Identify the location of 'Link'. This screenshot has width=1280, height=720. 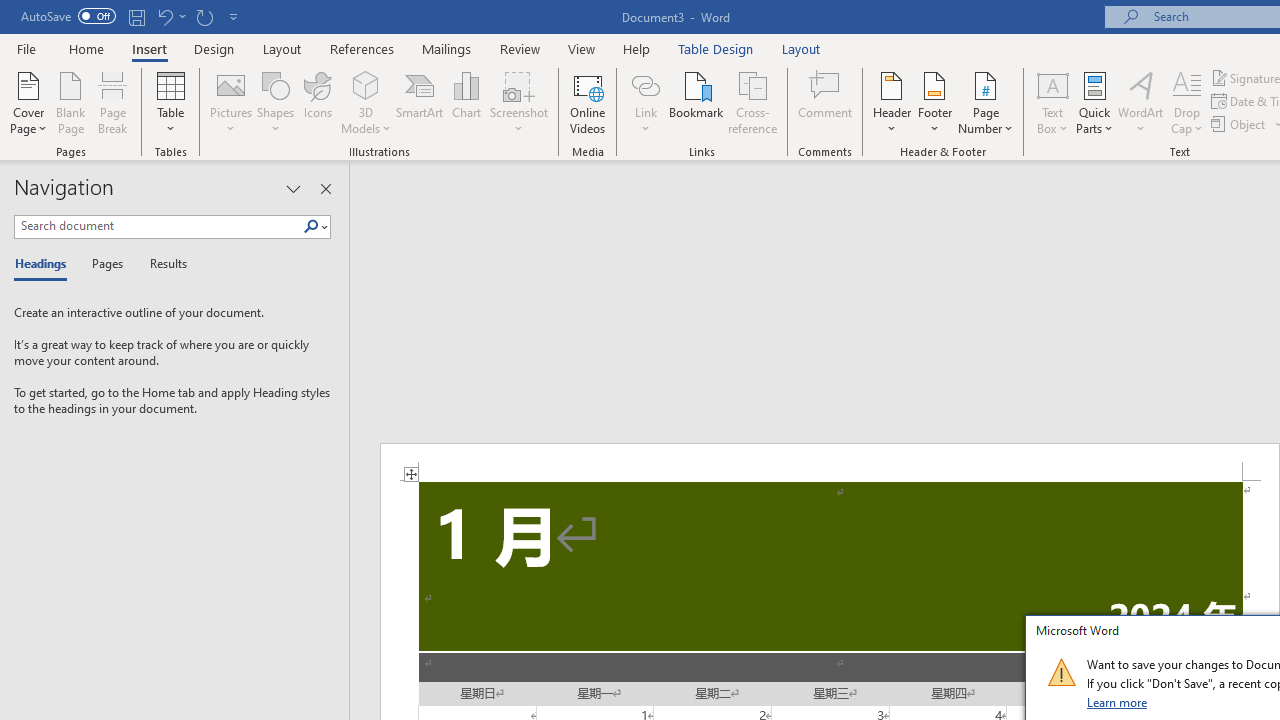
(645, 84).